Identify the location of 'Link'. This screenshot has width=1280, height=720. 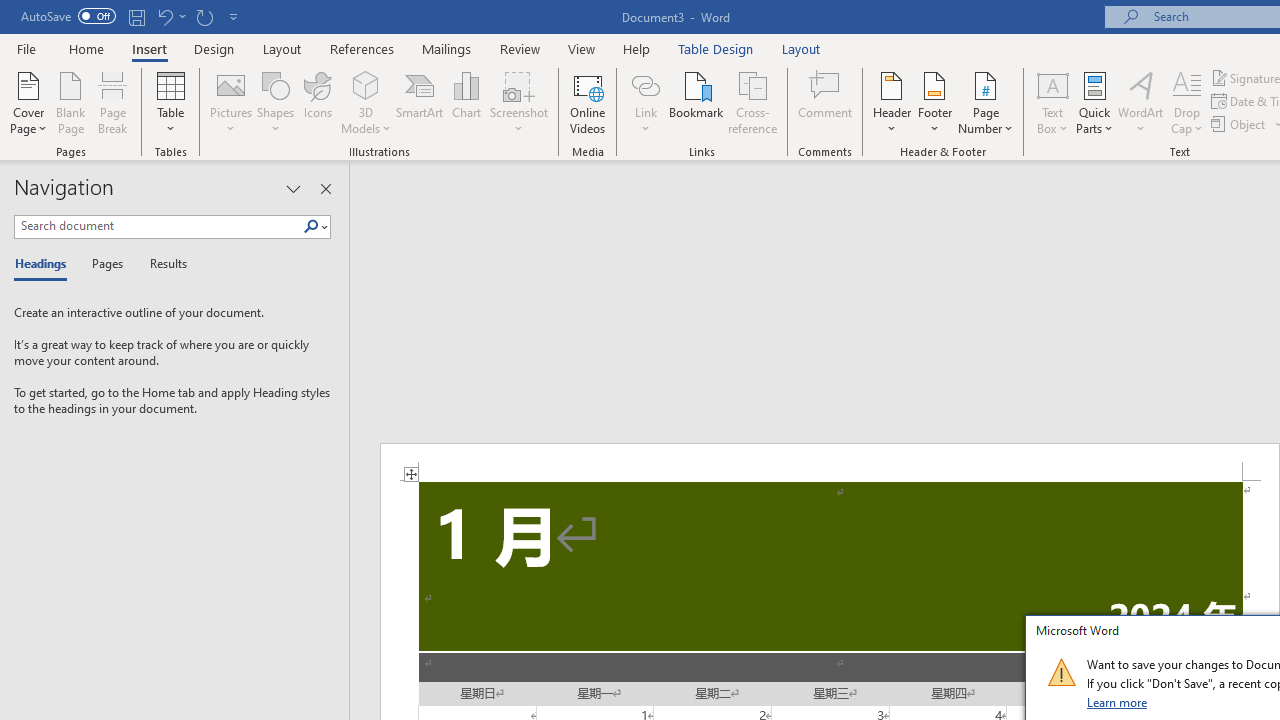
(645, 84).